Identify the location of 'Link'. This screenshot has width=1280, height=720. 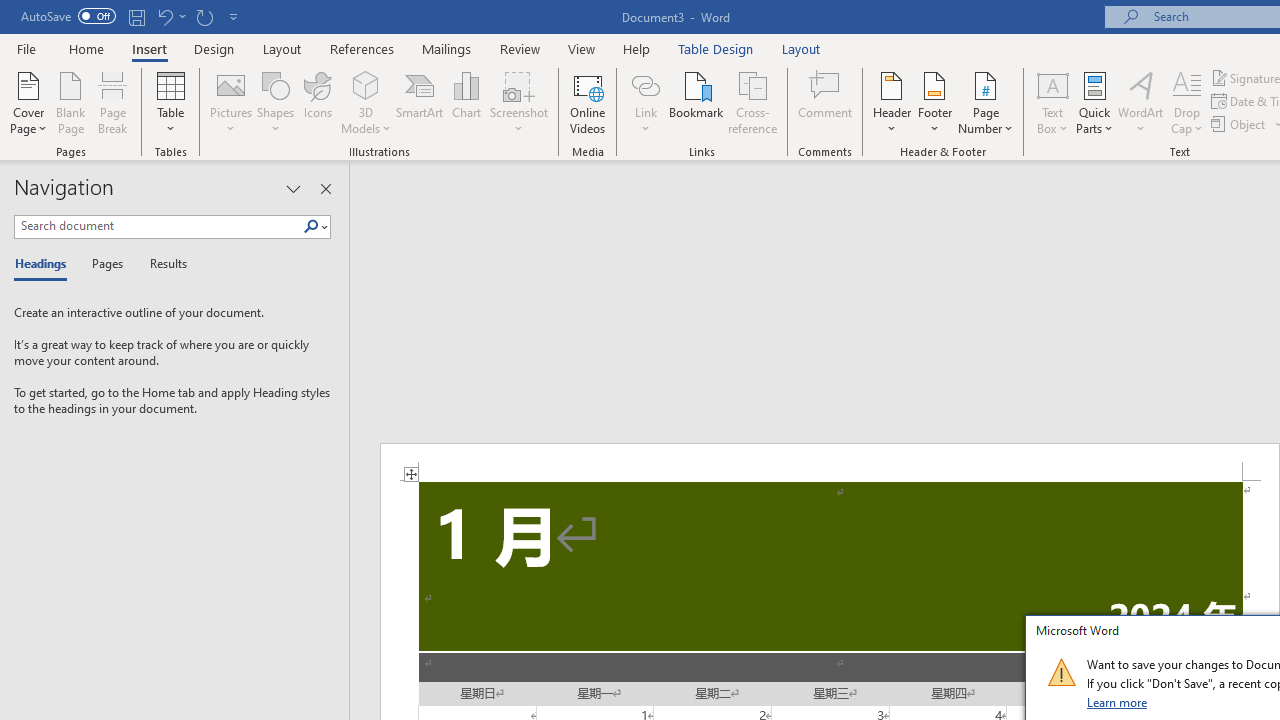
(645, 84).